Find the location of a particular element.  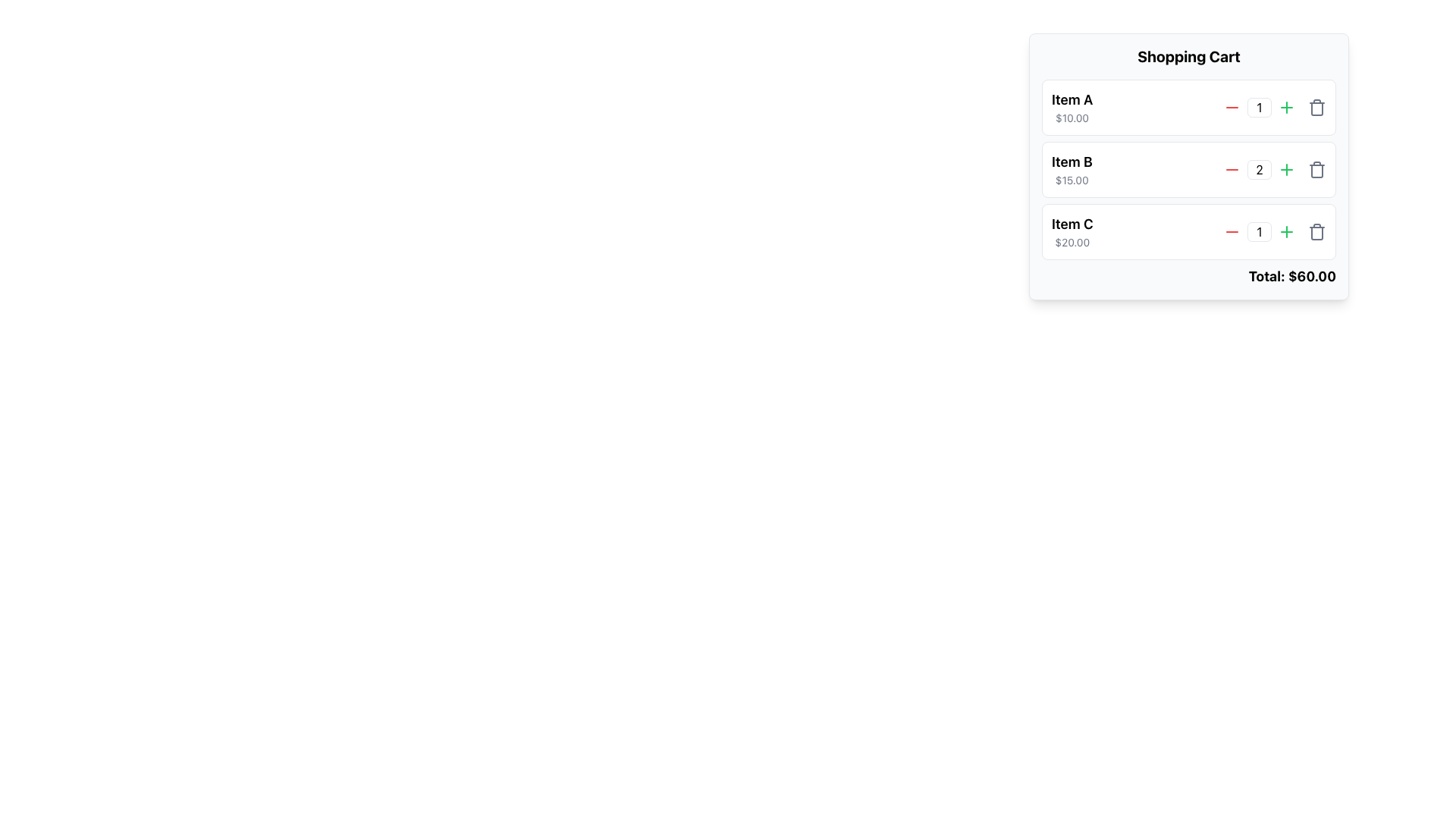

the trash can icon button located on the far right of the first row of shopping cart items is located at coordinates (1316, 107).